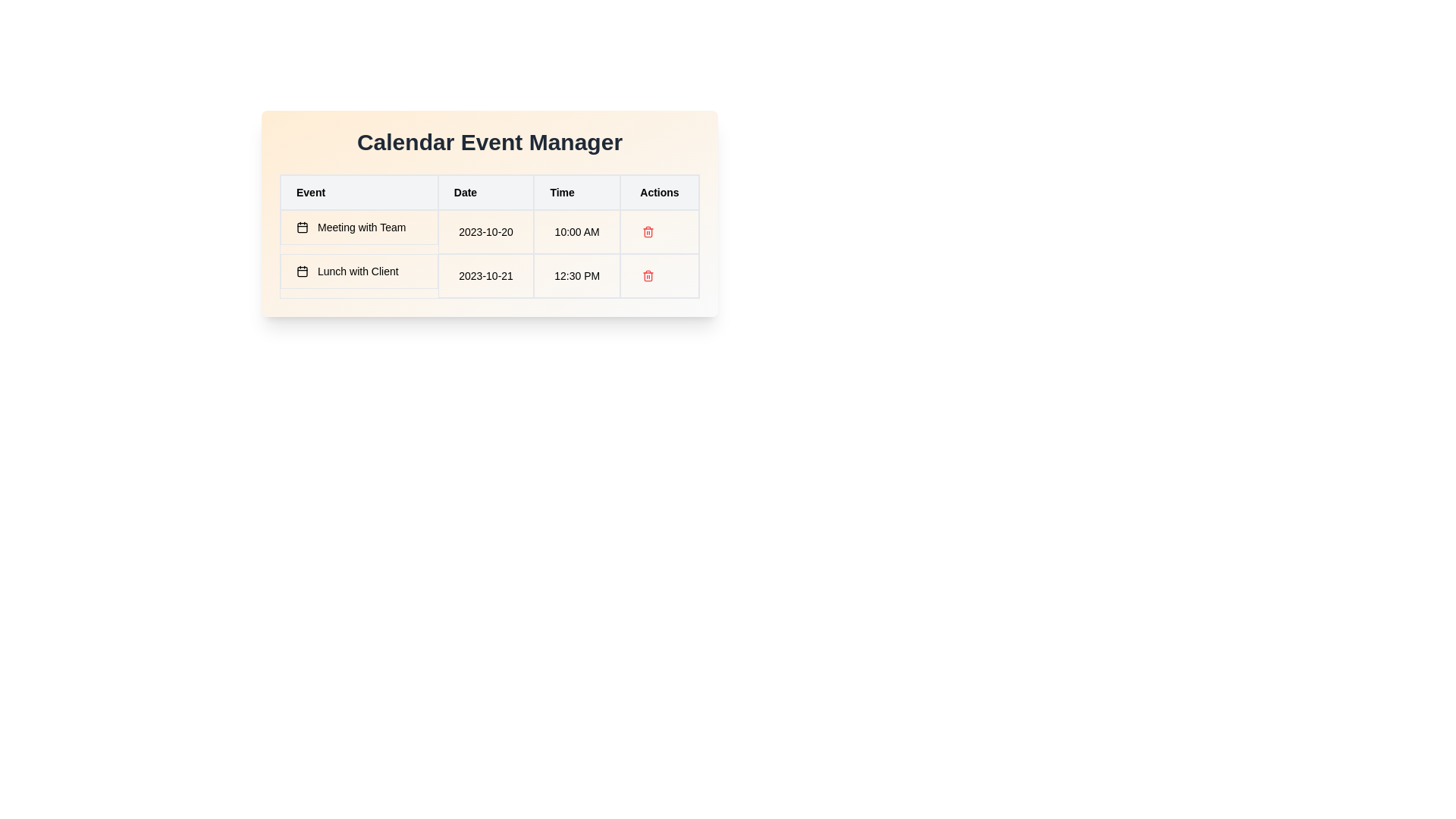 Image resolution: width=1456 pixels, height=819 pixels. I want to click on displayed date from the Text label that shows the scheduled date of the 'Meeting with Team' event, located under the 'Date' column in the table, so click(486, 231).